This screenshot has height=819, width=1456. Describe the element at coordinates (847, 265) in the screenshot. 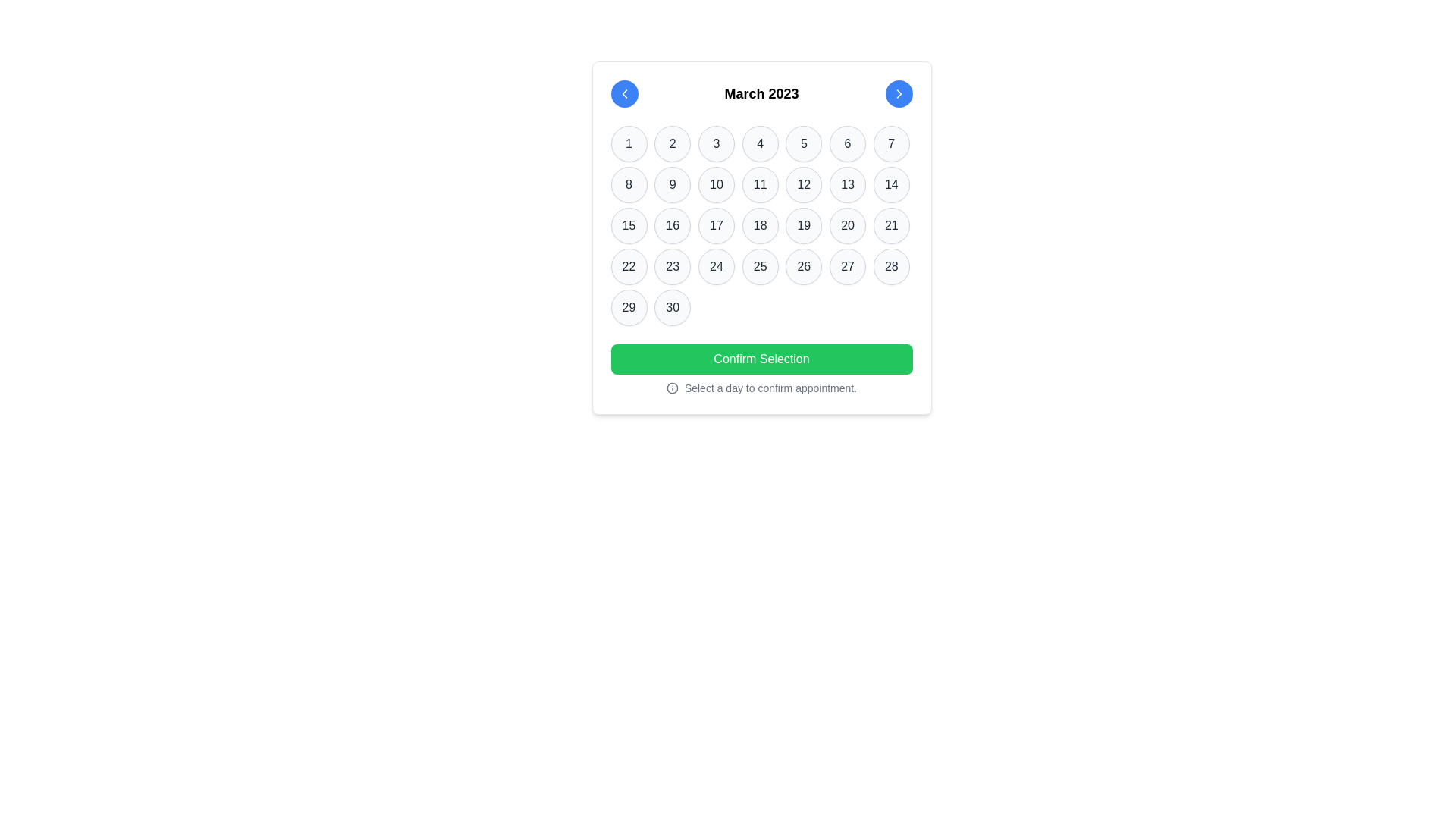

I see `the circular button labeled '27', which is located in the fourth row and sixth column of the calendar grid layout` at that location.